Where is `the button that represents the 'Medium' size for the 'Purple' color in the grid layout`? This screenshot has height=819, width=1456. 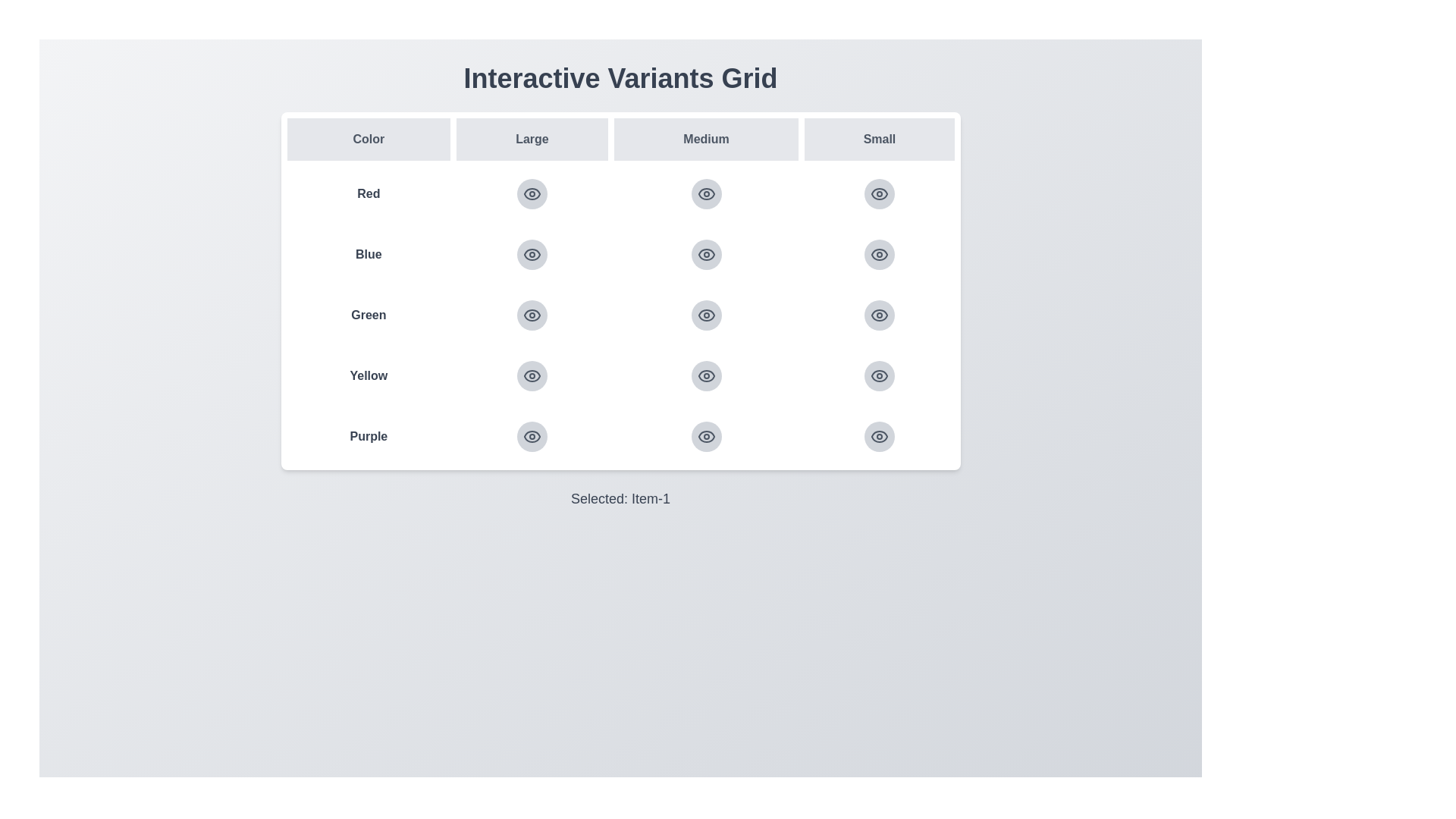
the button that represents the 'Medium' size for the 'Purple' color in the grid layout is located at coordinates (705, 436).